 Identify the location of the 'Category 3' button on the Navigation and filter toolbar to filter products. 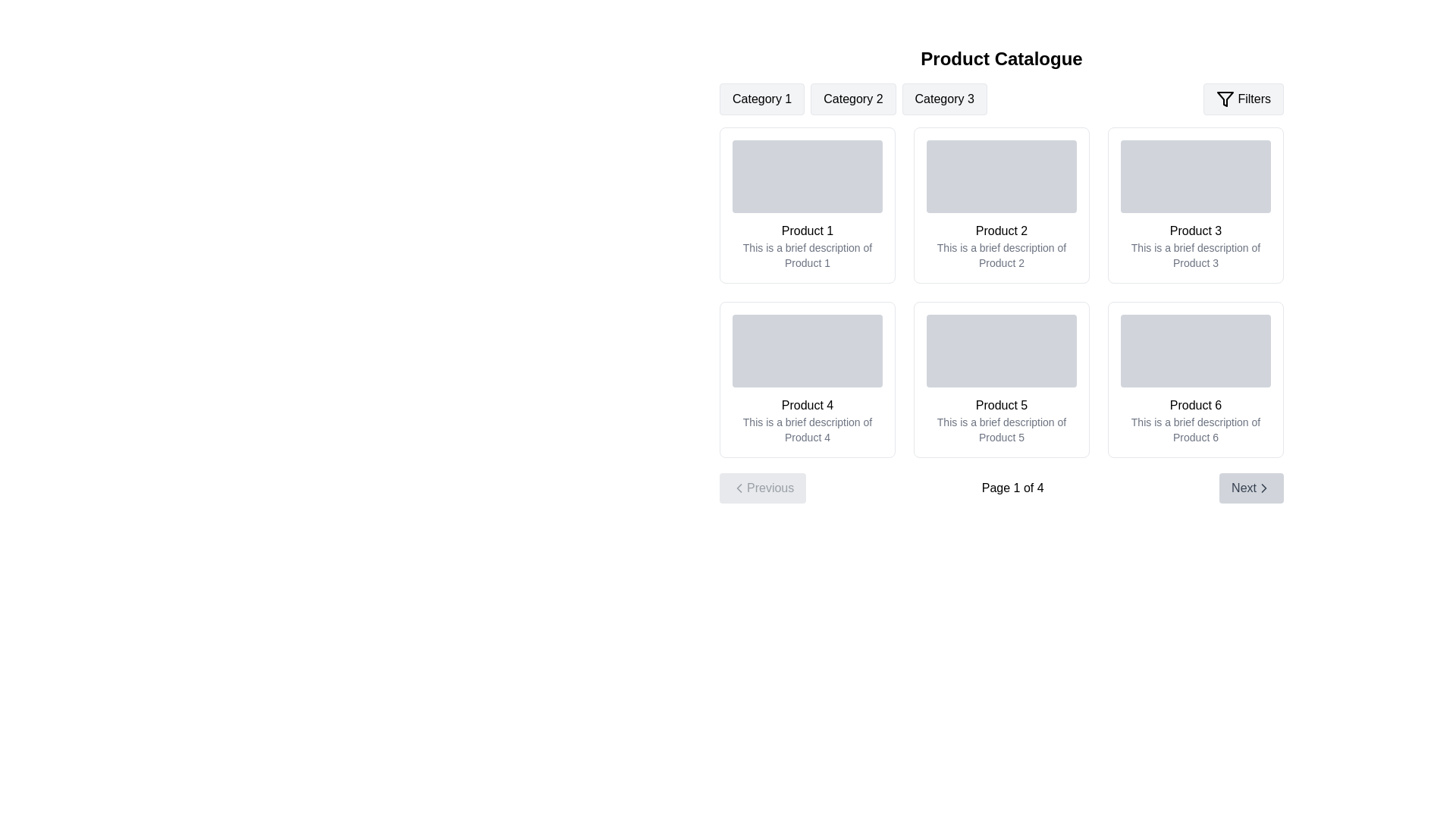
(1001, 99).